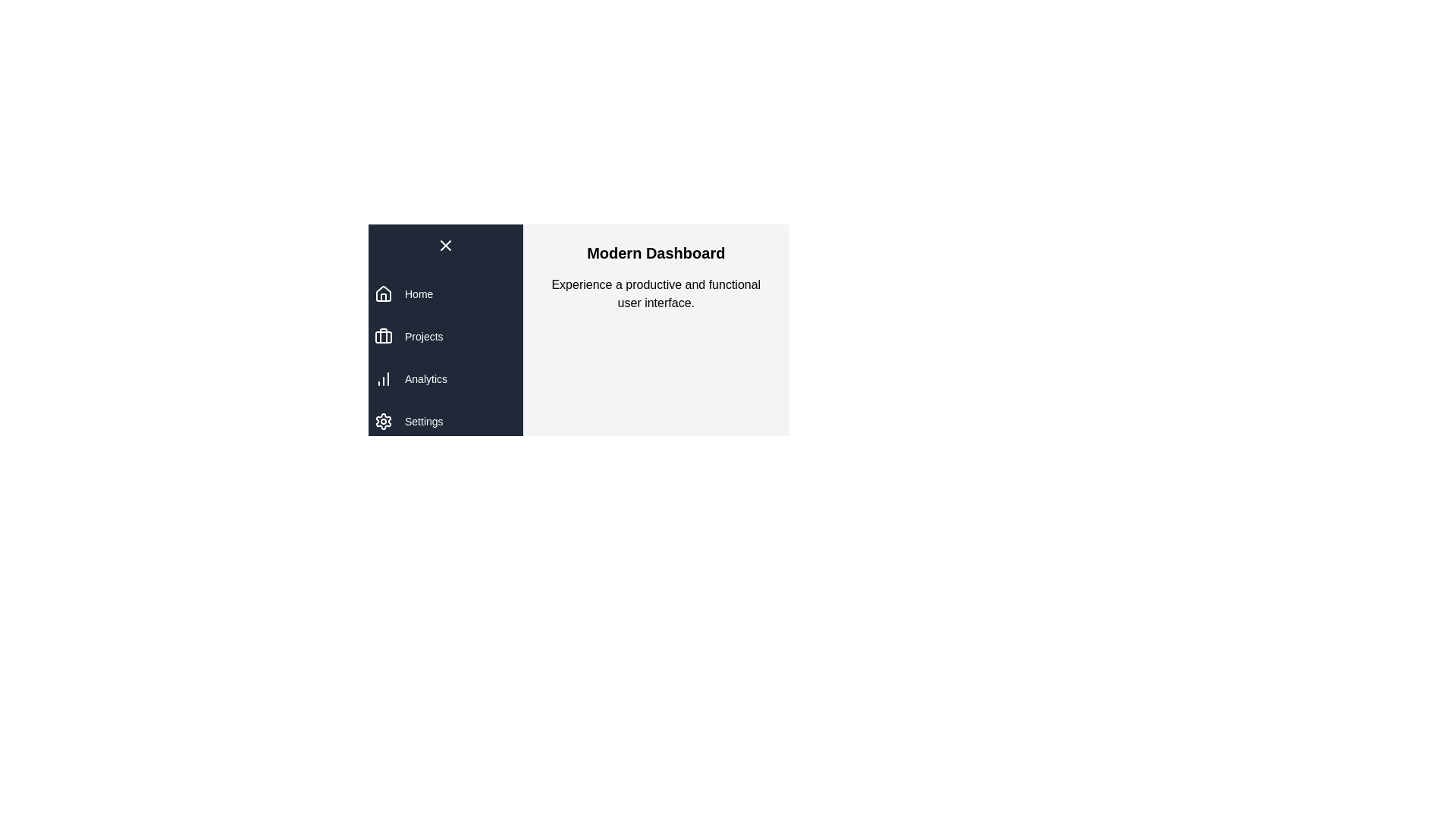  Describe the element at coordinates (424, 421) in the screenshot. I see `the navigation item Settings to navigate to the corresponding section` at that location.